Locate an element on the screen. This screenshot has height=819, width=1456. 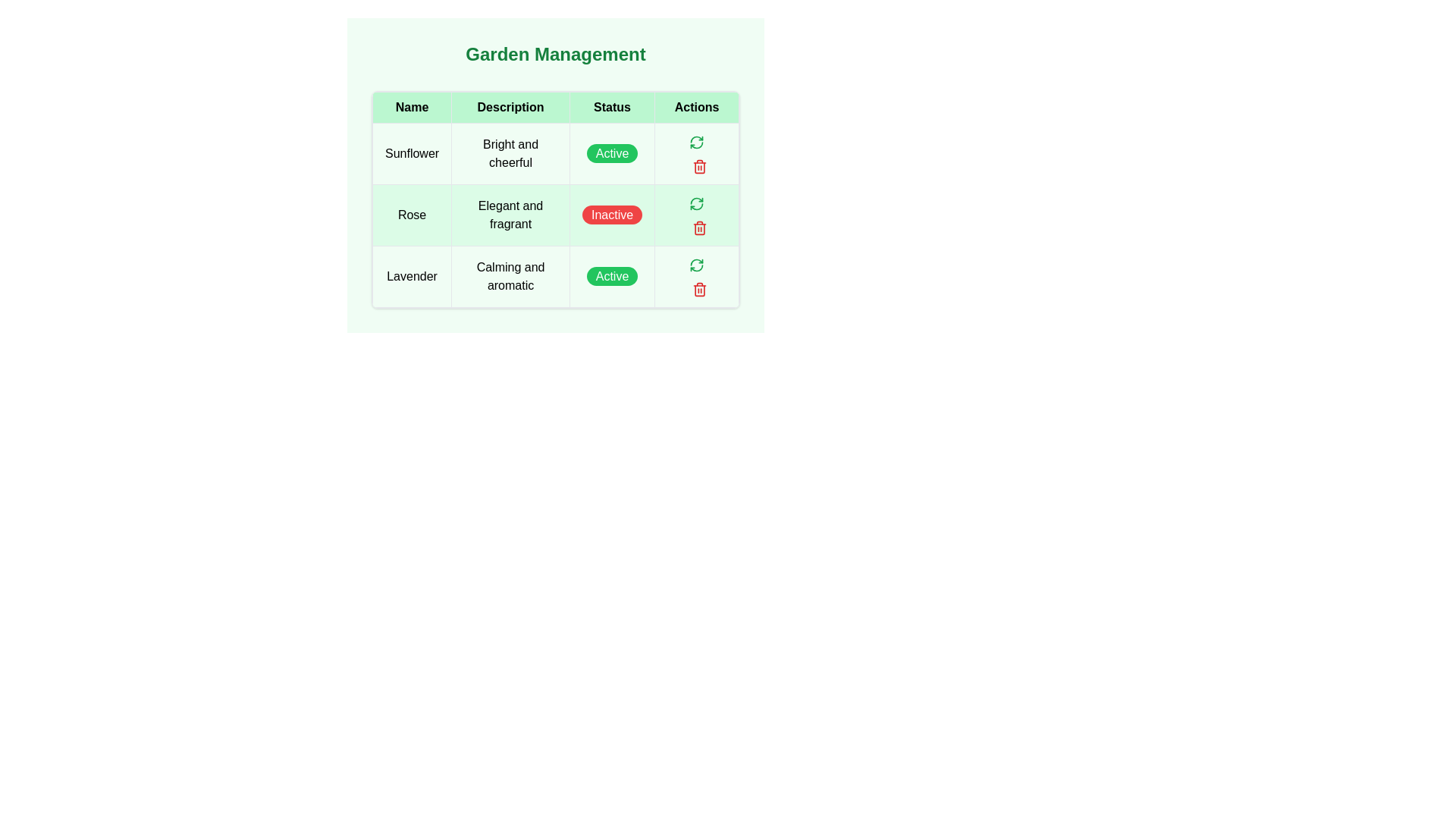
the delete icon button located in the Actions column of the second row (titled 'Rose') in the table is located at coordinates (699, 166).